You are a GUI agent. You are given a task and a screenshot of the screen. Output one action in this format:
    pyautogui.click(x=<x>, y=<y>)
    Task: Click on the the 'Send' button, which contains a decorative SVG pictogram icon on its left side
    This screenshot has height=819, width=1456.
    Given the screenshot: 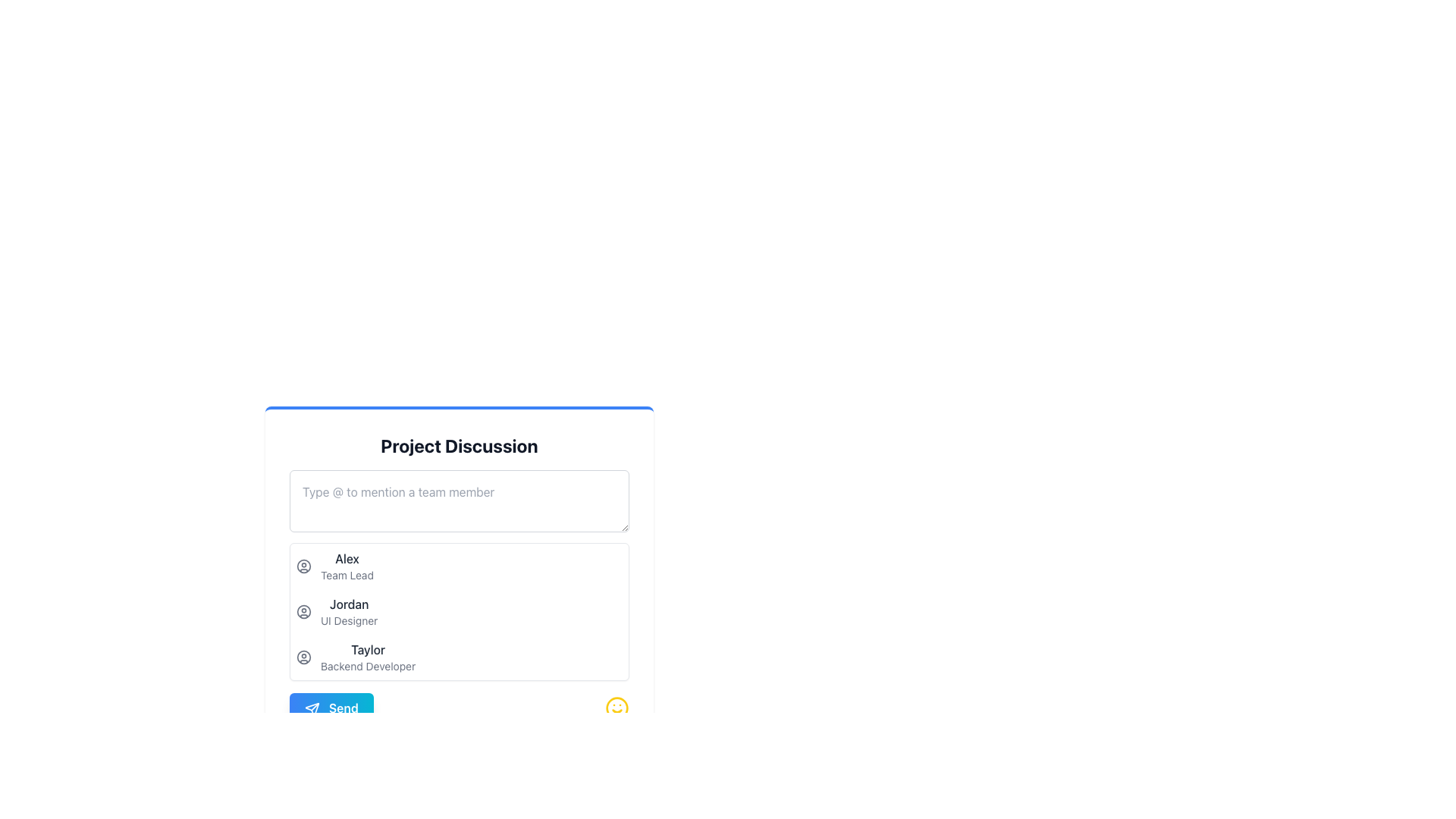 What is the action you would take?
    pyautogui.click(x=312, y=708)
    